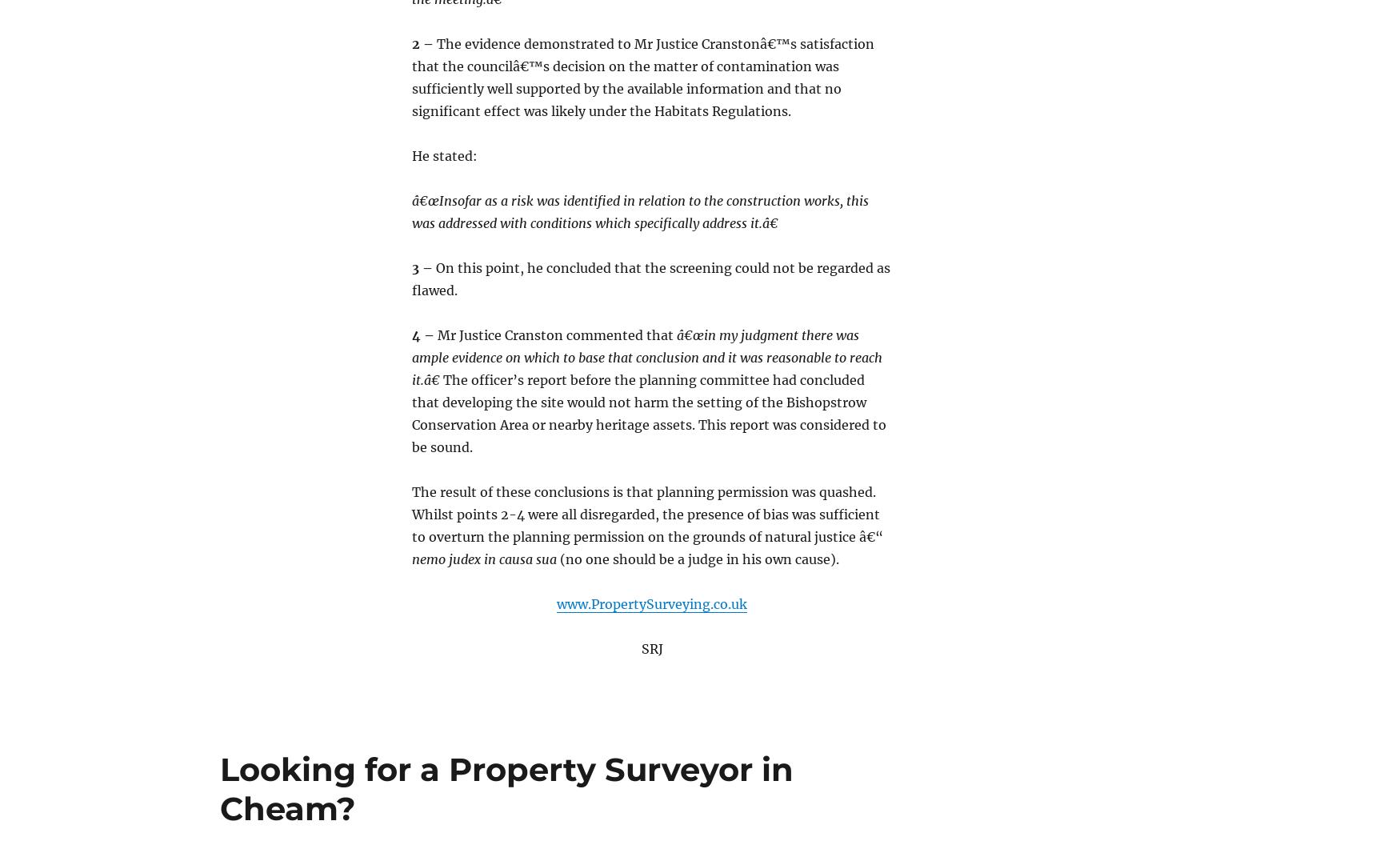 The image size is (1400, 857). I want to click on 'nemo judex in causa sua', so click(484, 558).